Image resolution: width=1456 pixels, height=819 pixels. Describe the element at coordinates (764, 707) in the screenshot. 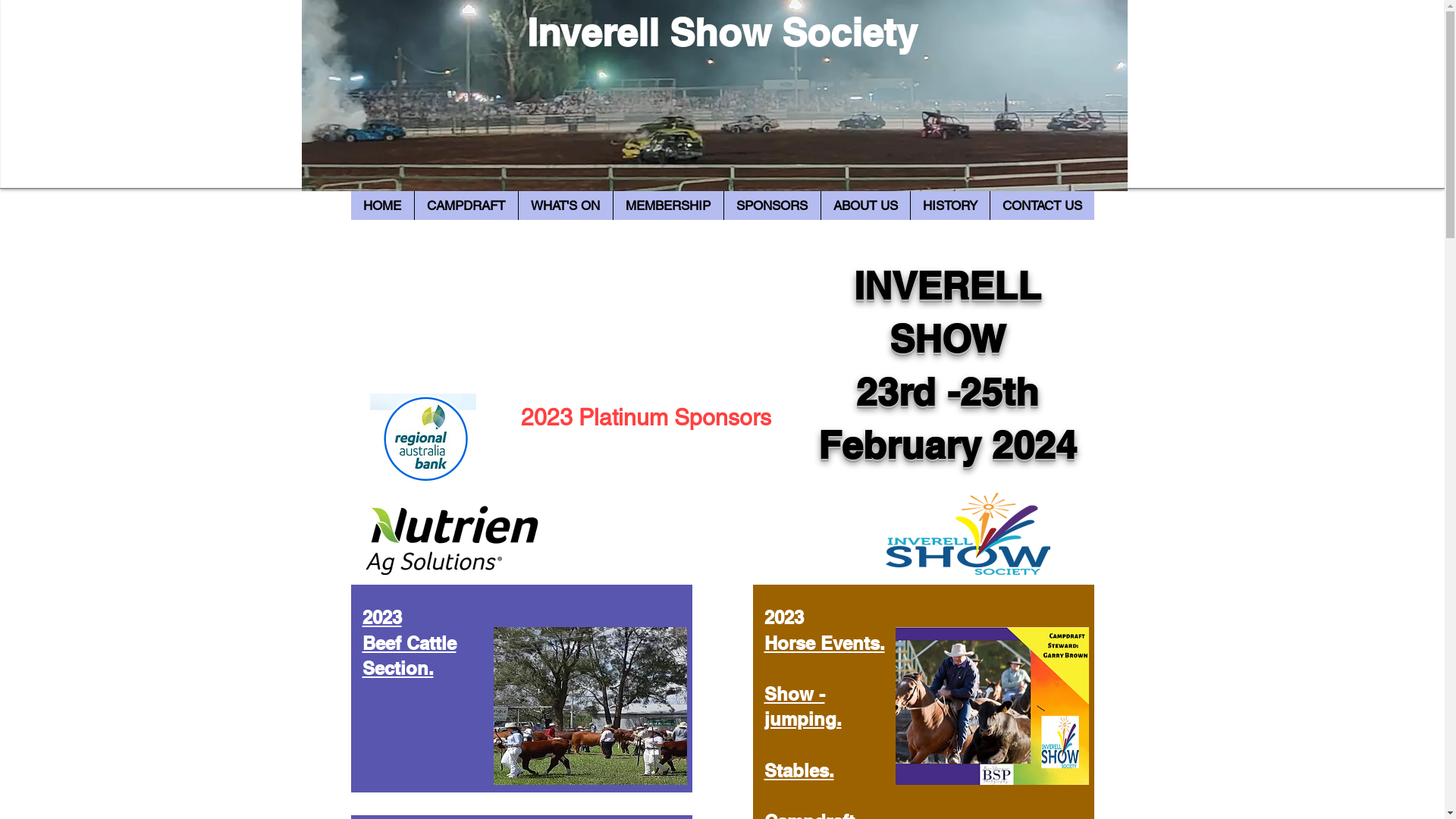

I see `'Show -` at that location.